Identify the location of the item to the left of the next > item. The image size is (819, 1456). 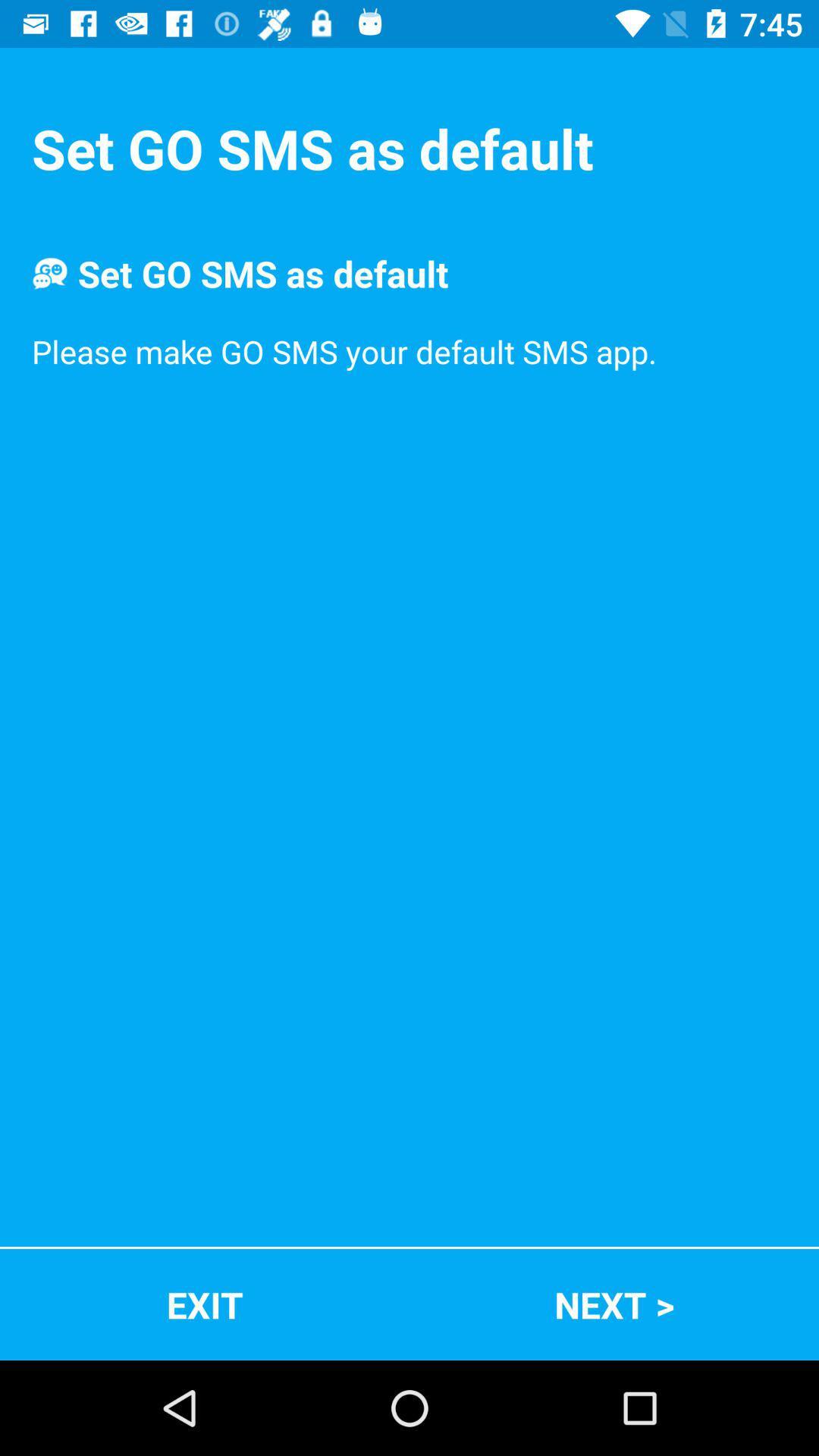
(205, 1304).